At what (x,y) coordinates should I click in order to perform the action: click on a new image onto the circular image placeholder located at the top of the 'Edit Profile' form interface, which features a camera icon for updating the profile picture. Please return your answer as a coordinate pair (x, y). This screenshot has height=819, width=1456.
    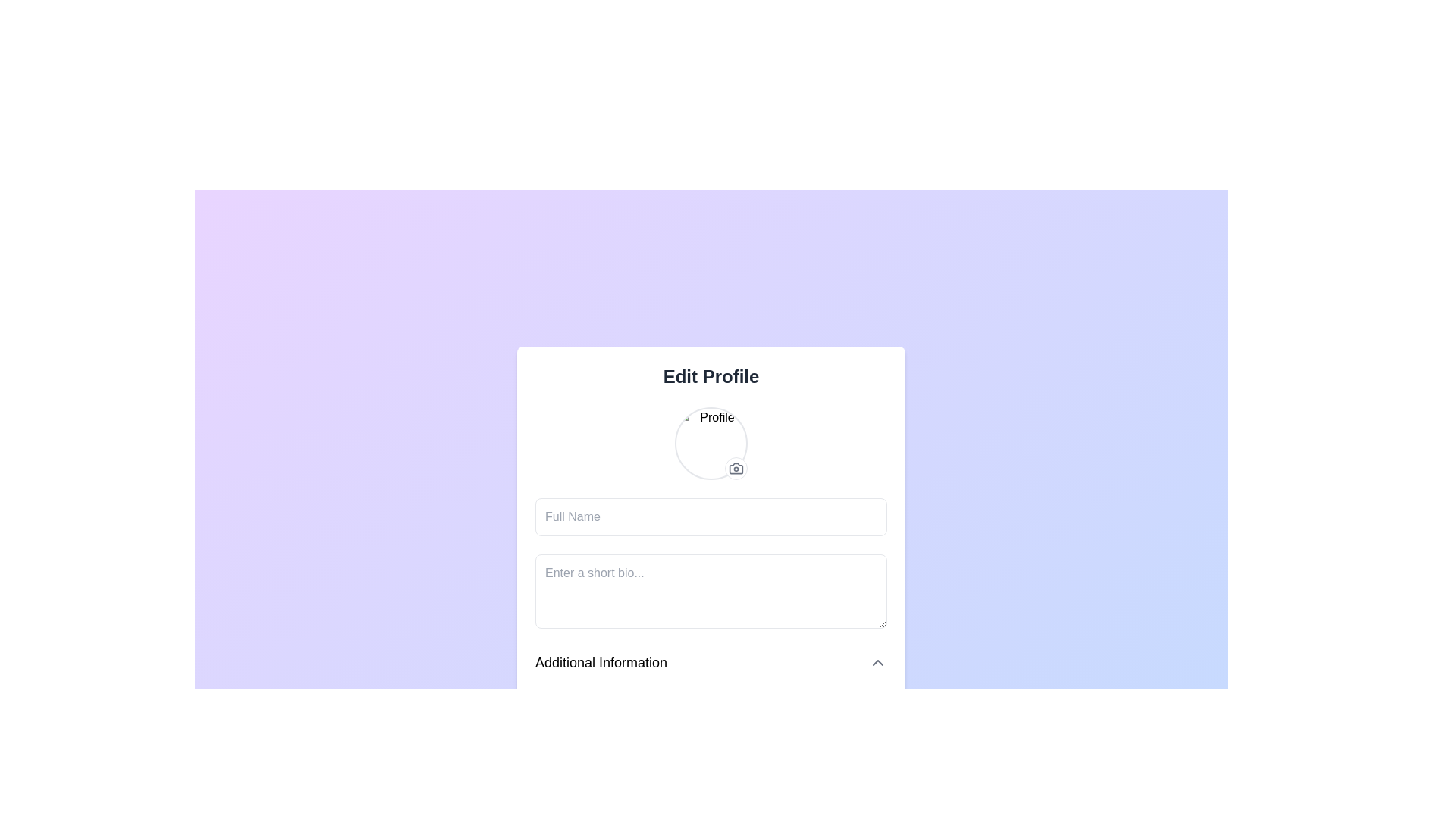
    Looking at the image, I should click on (710, 443).